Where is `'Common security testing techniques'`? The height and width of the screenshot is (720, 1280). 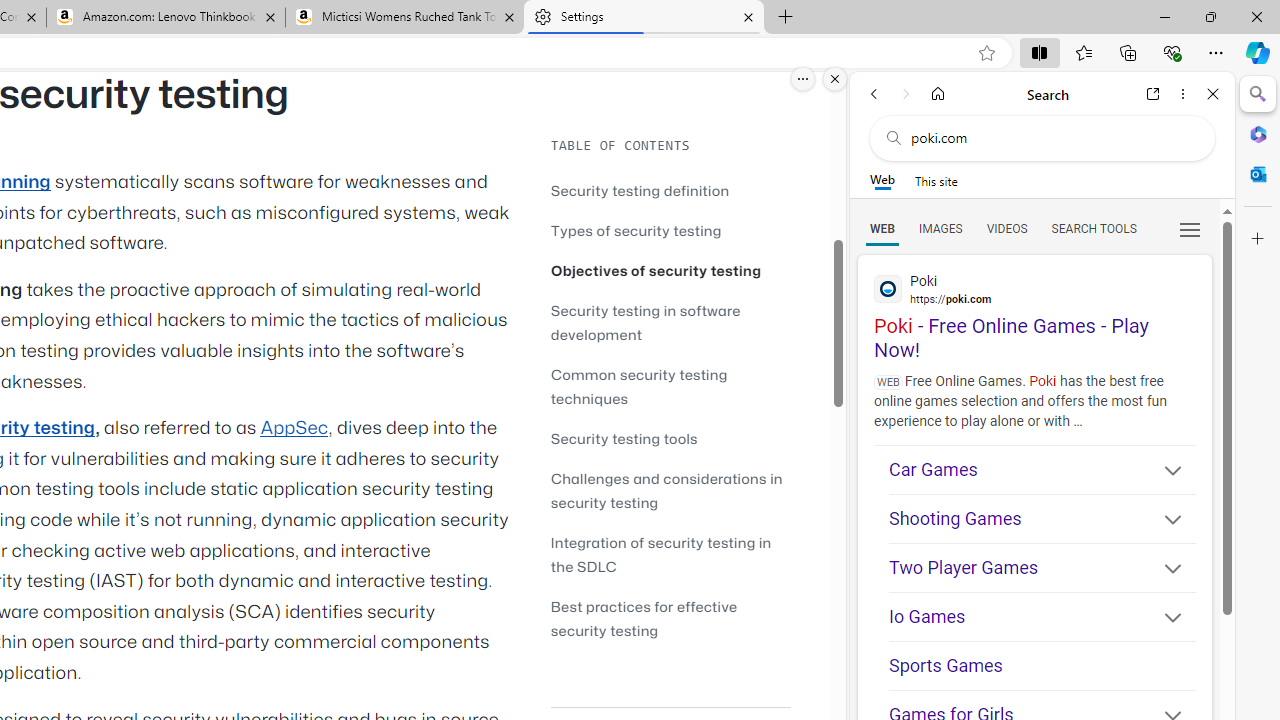 'Common security testing techniques' is located at coordinates (670, 386).